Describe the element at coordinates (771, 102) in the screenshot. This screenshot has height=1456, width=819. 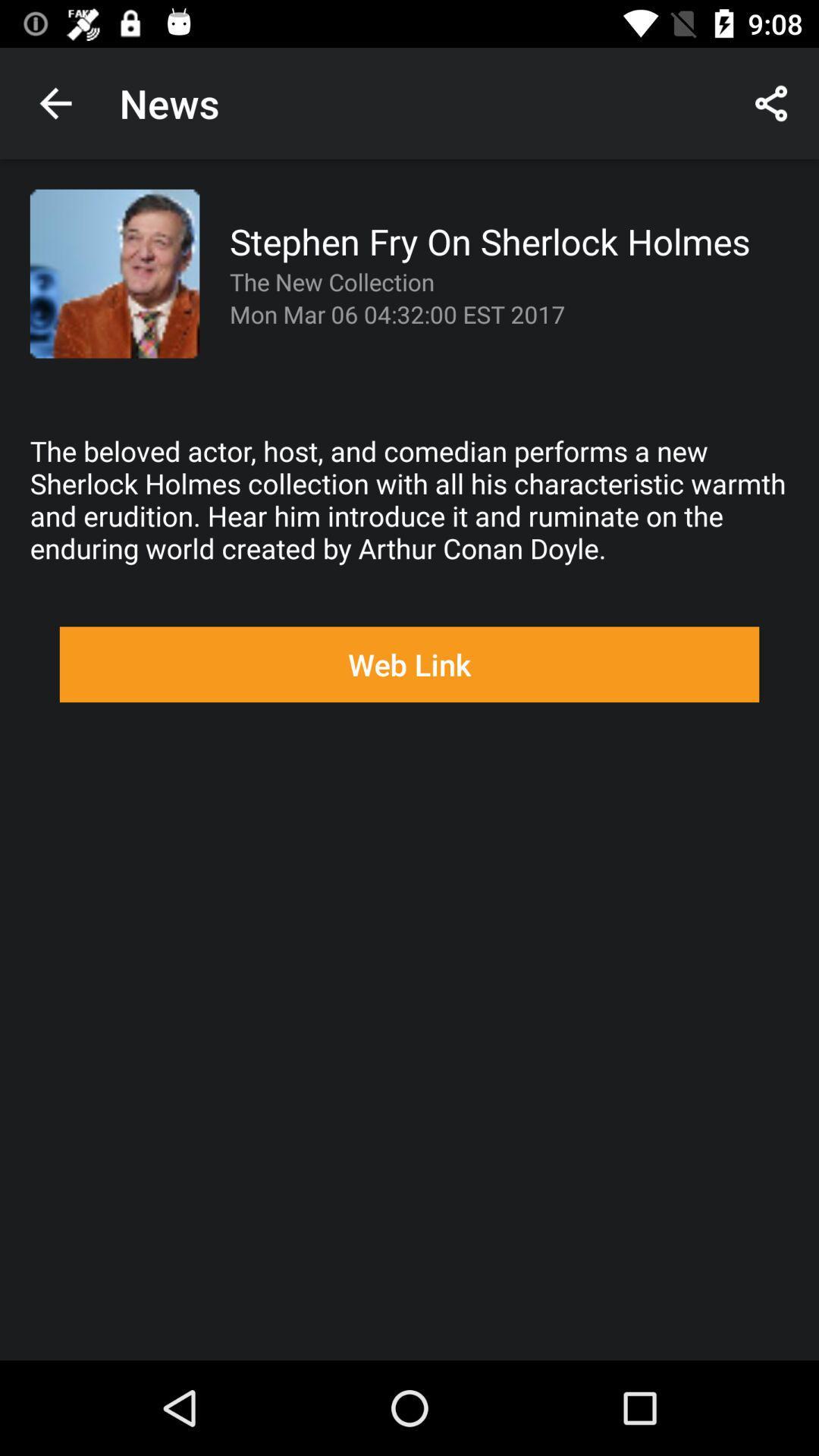
I see `icon above stephen fry on item` at that location.